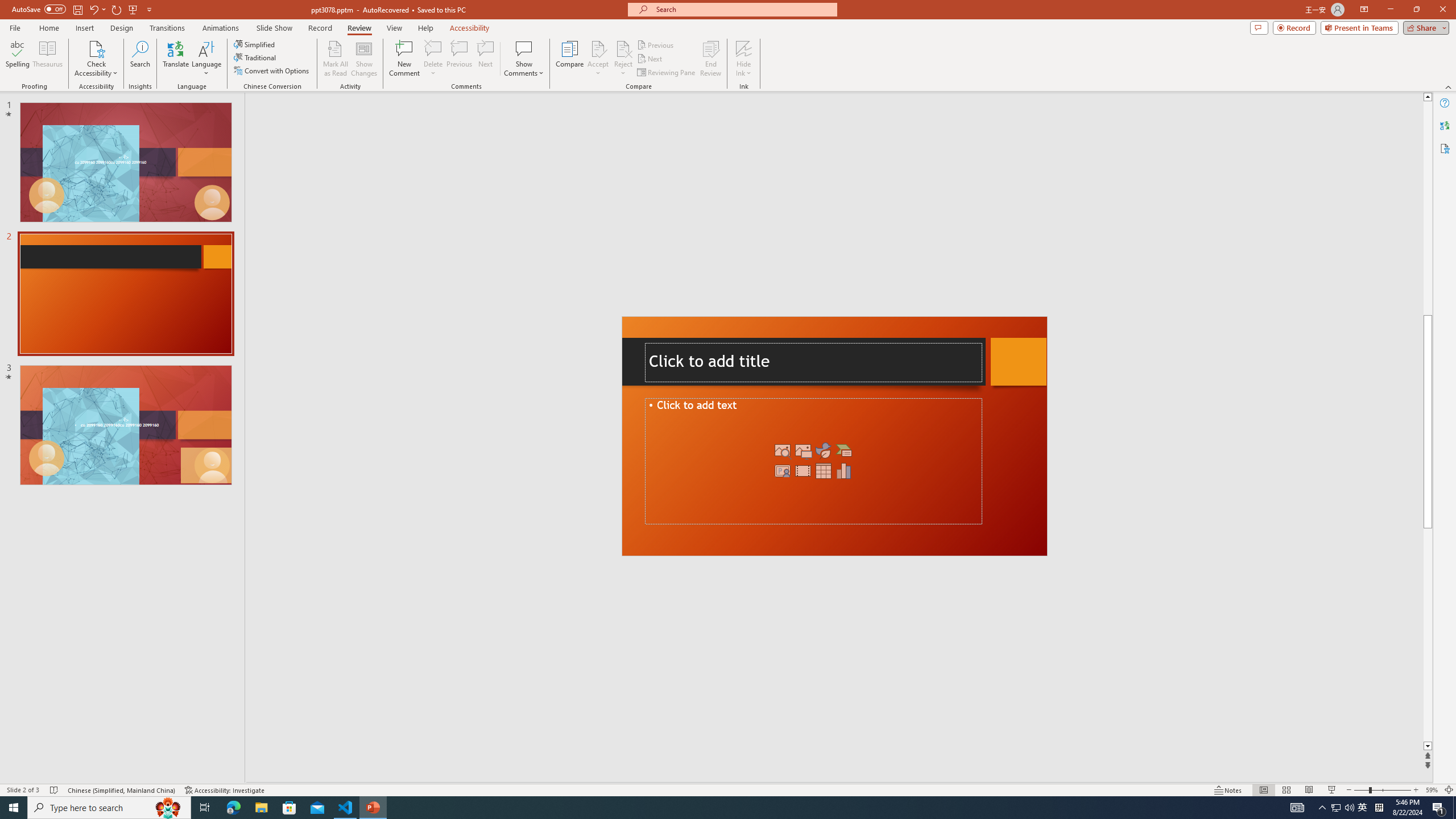 The width and height of the screenshot is (1456, 819). I want to click on 'Mark All as Read', so click(336, 59).